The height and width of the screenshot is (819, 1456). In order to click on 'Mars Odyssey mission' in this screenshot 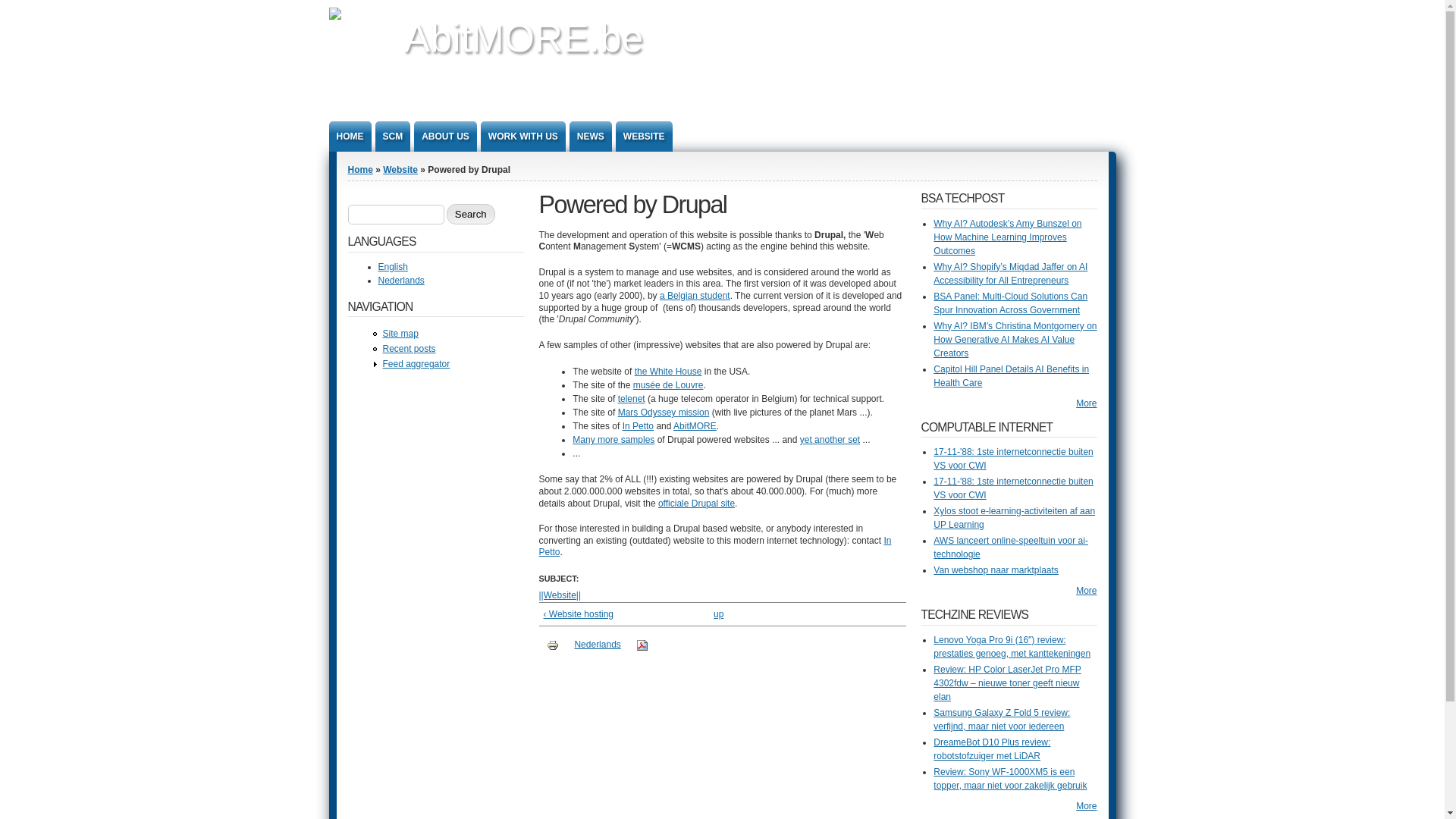, I will do `click(664, 412)`.